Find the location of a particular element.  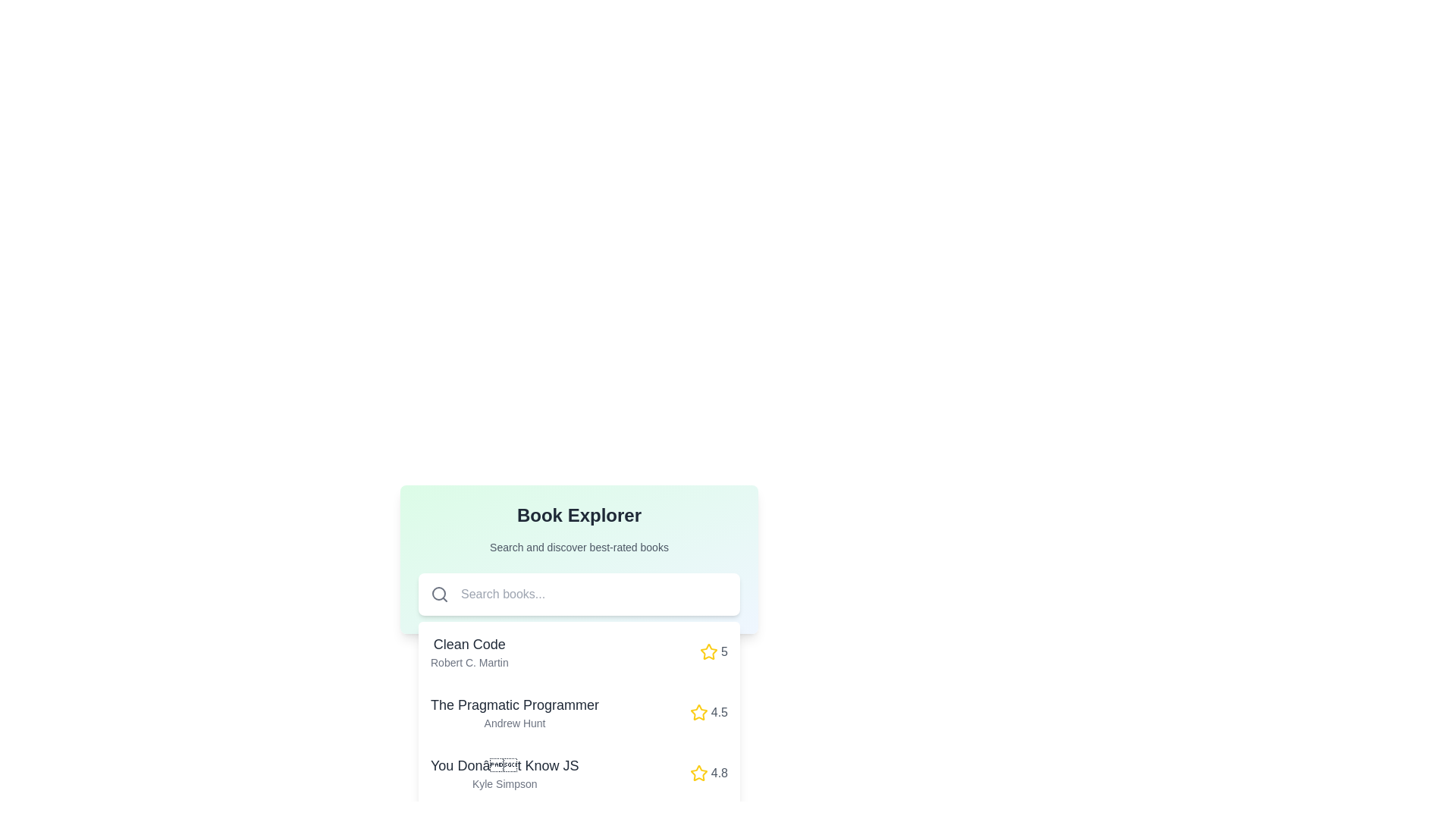

the book title label that identifies the book in the catalog, positioned above 'Robert C. Martin' in the 'Book Explorer' list is located at coordinates (469, 644).